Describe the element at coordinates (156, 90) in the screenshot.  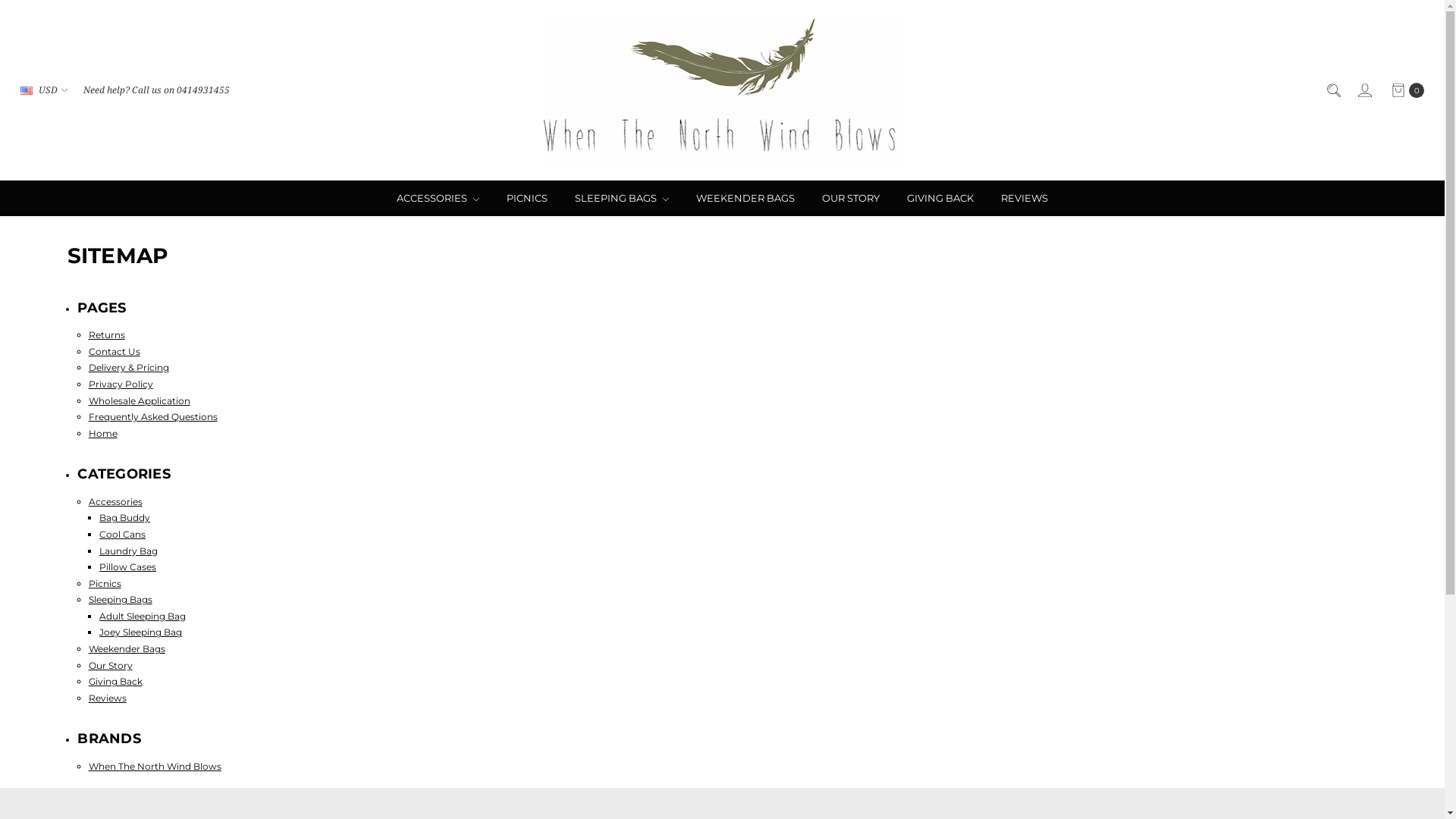
I see `'Need help? Call us on 0414931455'` at that location.